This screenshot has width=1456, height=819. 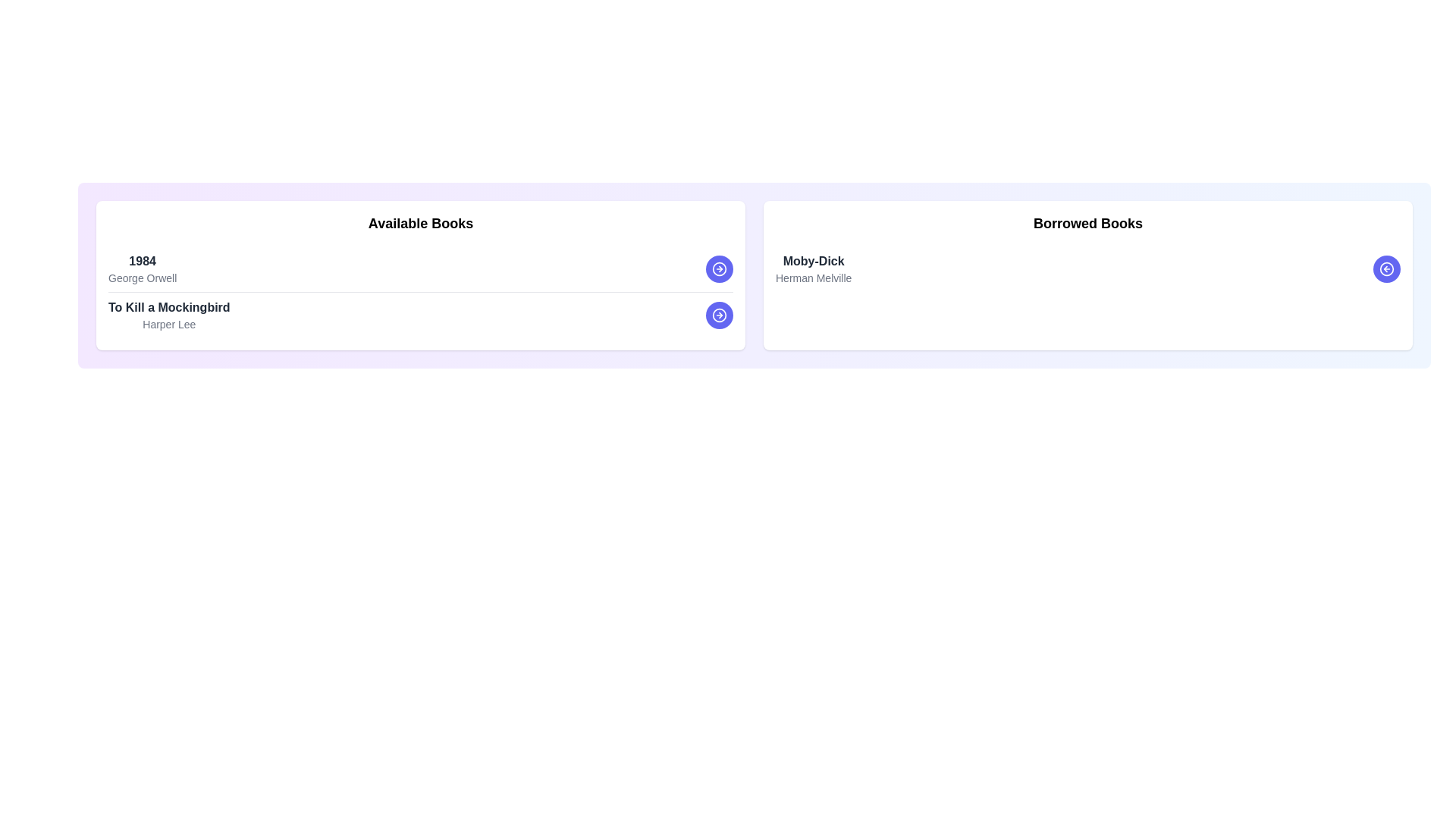 What do you see at coordinates (421, 223) in the screenshot?
I see `the section headers to visually identify the categories of books` at bounding box center [421, 223].